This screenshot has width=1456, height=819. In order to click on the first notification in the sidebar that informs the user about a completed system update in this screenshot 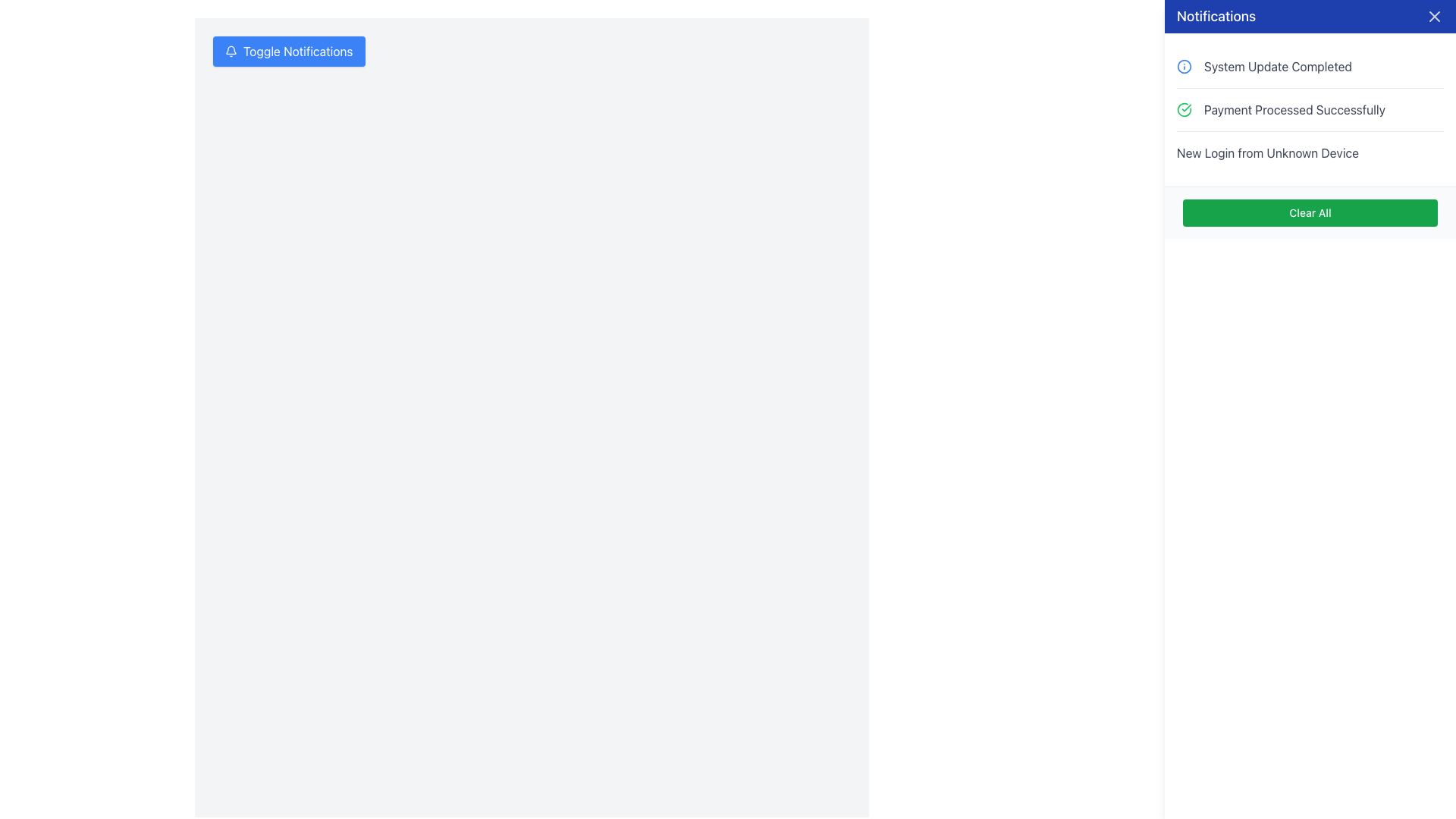, I will do `click(1310, 66)`.